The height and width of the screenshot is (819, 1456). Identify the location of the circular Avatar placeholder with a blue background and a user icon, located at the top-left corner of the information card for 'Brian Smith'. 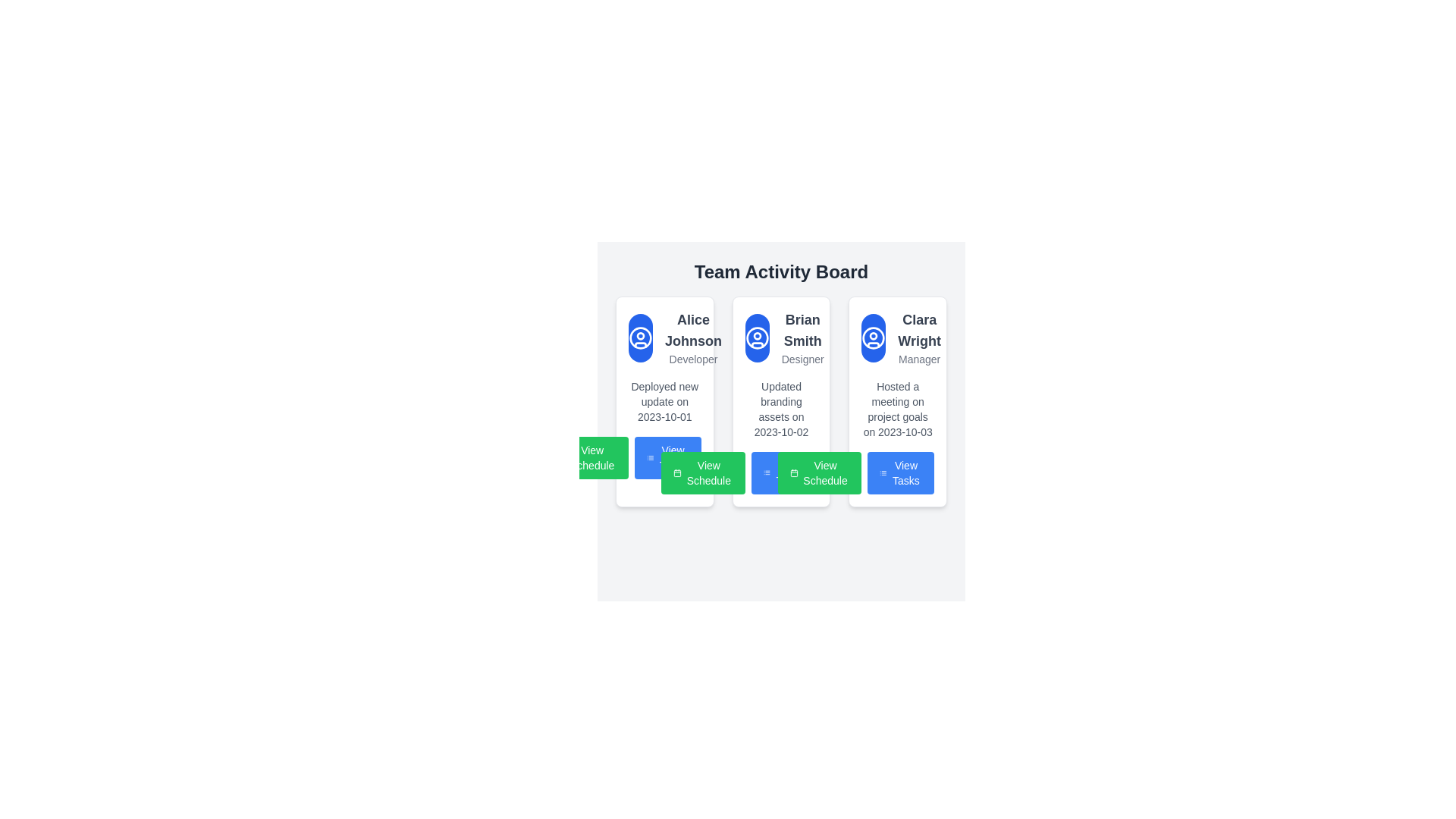
(757, 337).